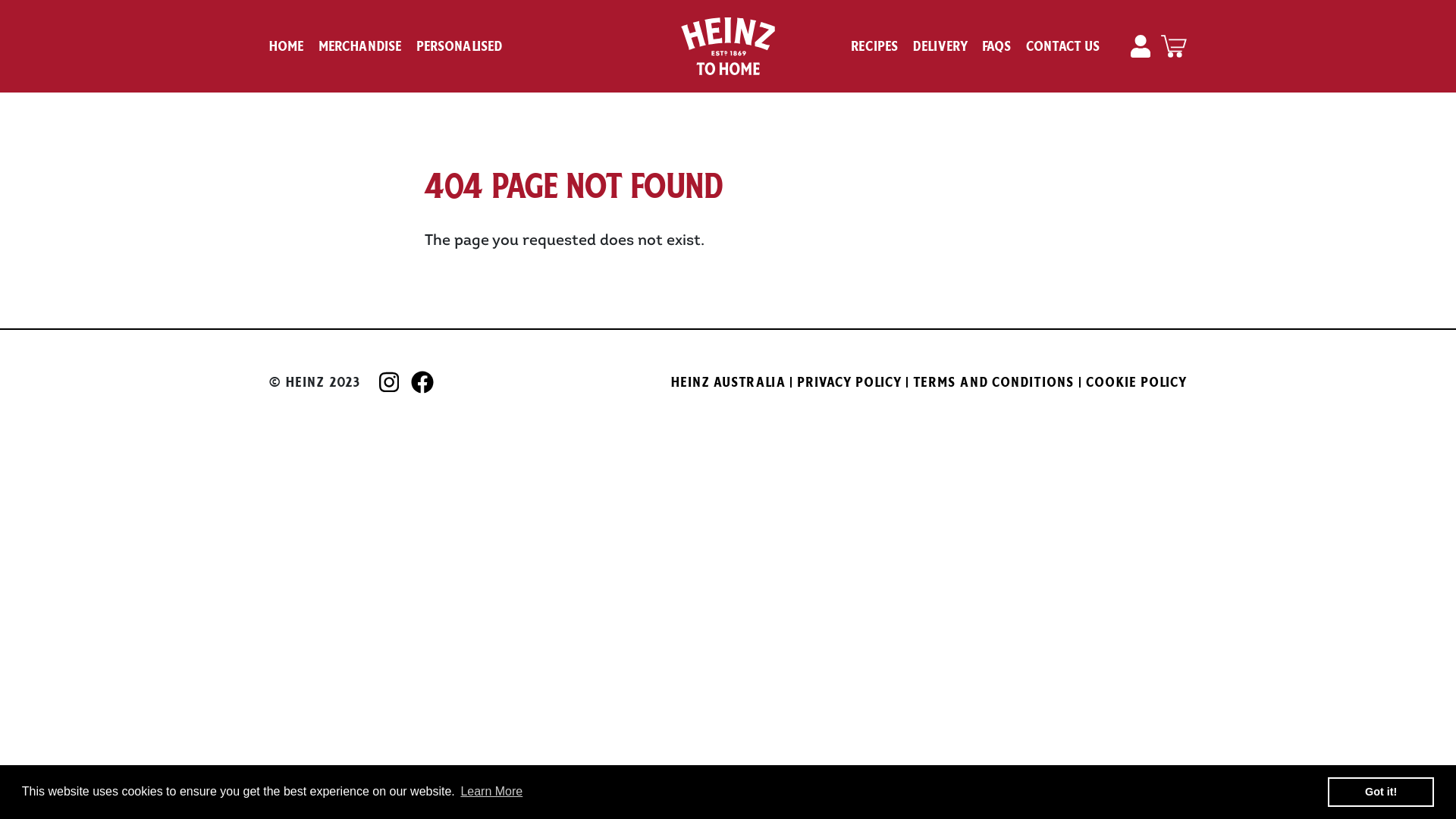  Describe the element at coordinates (491, 791) in the screenshot. I see `'Learn More'` at that location.